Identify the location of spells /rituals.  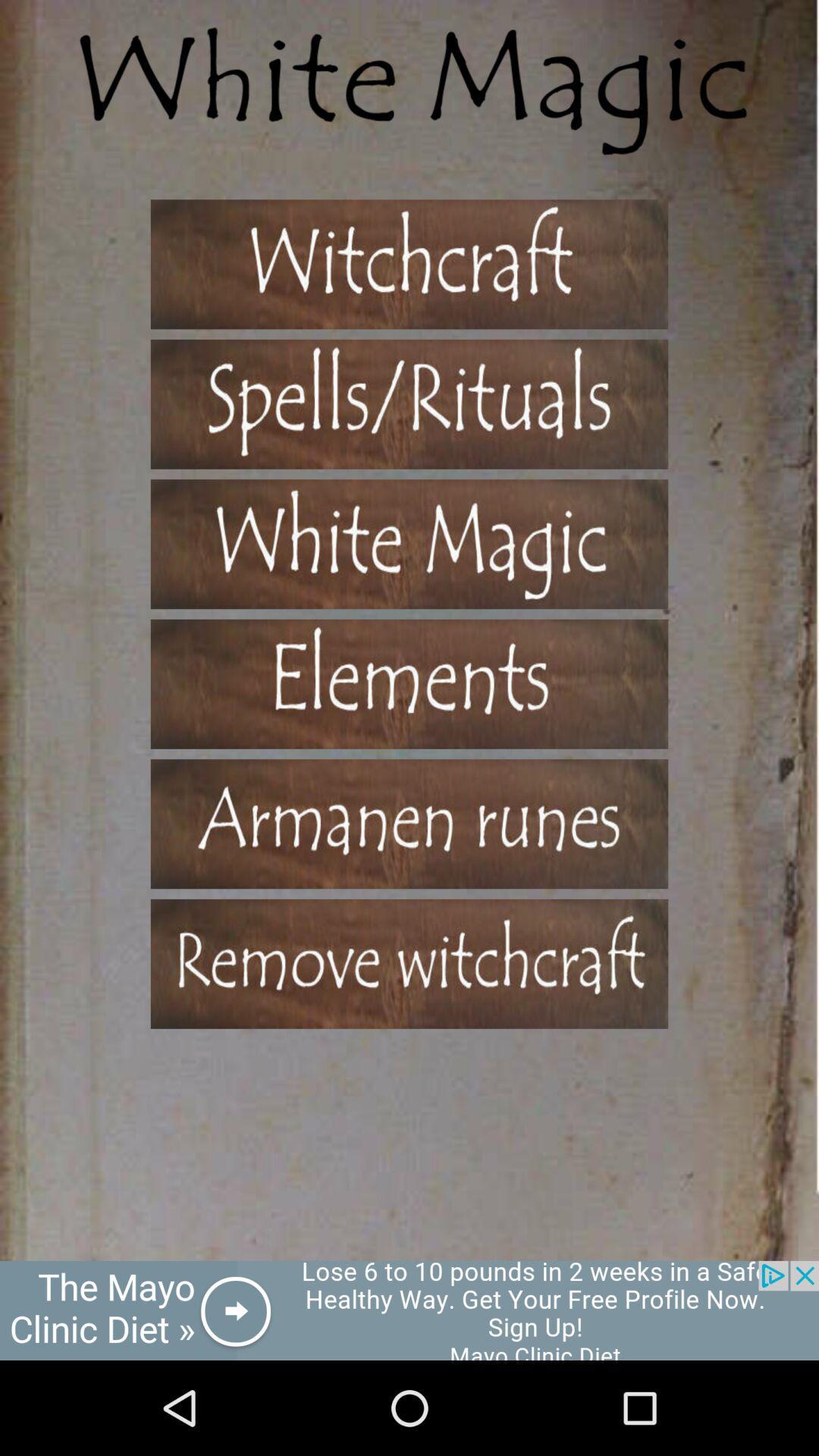
(409, 404).